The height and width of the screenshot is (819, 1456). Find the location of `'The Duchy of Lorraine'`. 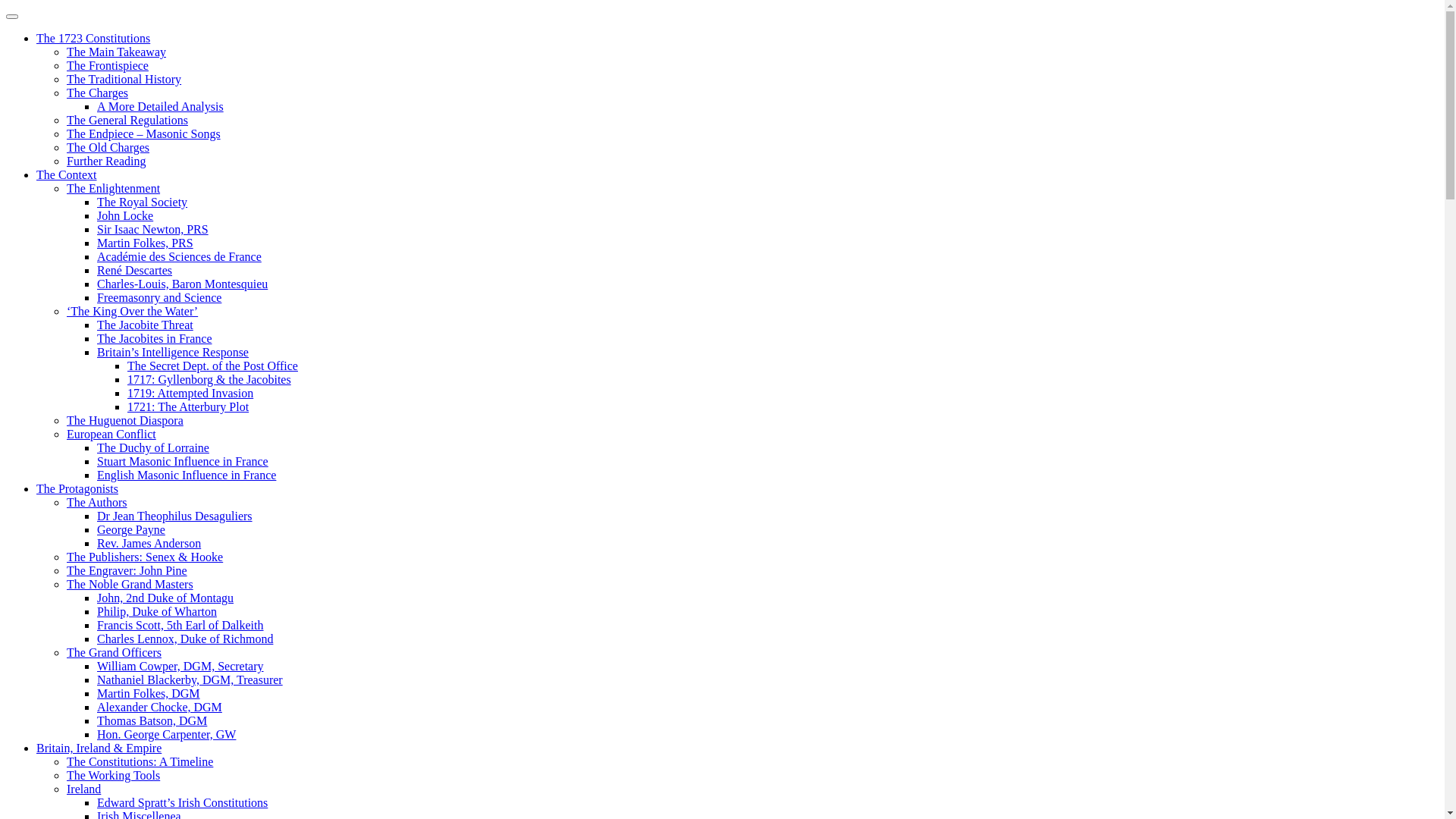

'The Duchy of Lorraine' is located at coordinates (152, 447).